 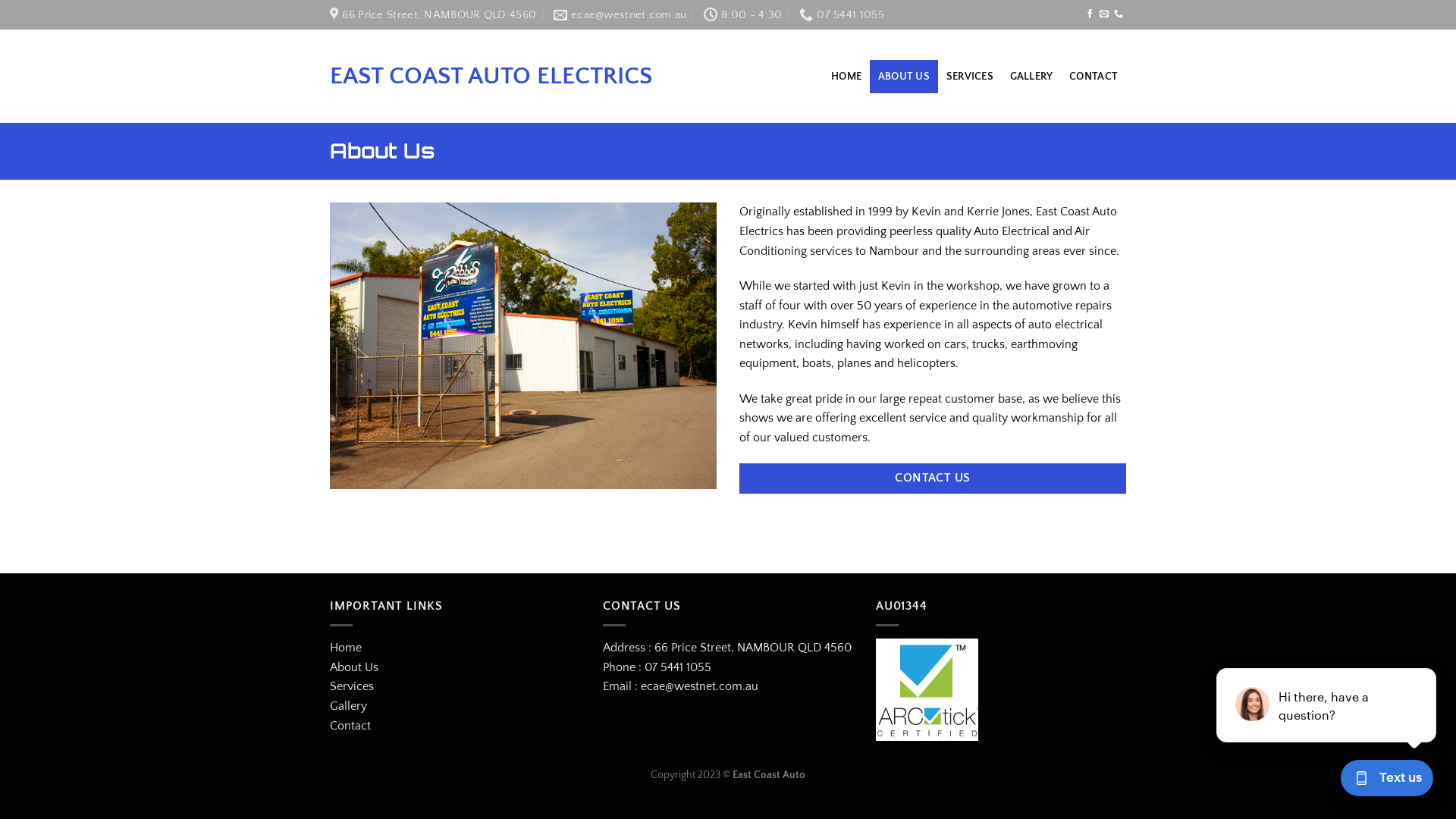 I want to click on 'EAST COAST AUTO ELECTRICS', so click(x=510, y=76).